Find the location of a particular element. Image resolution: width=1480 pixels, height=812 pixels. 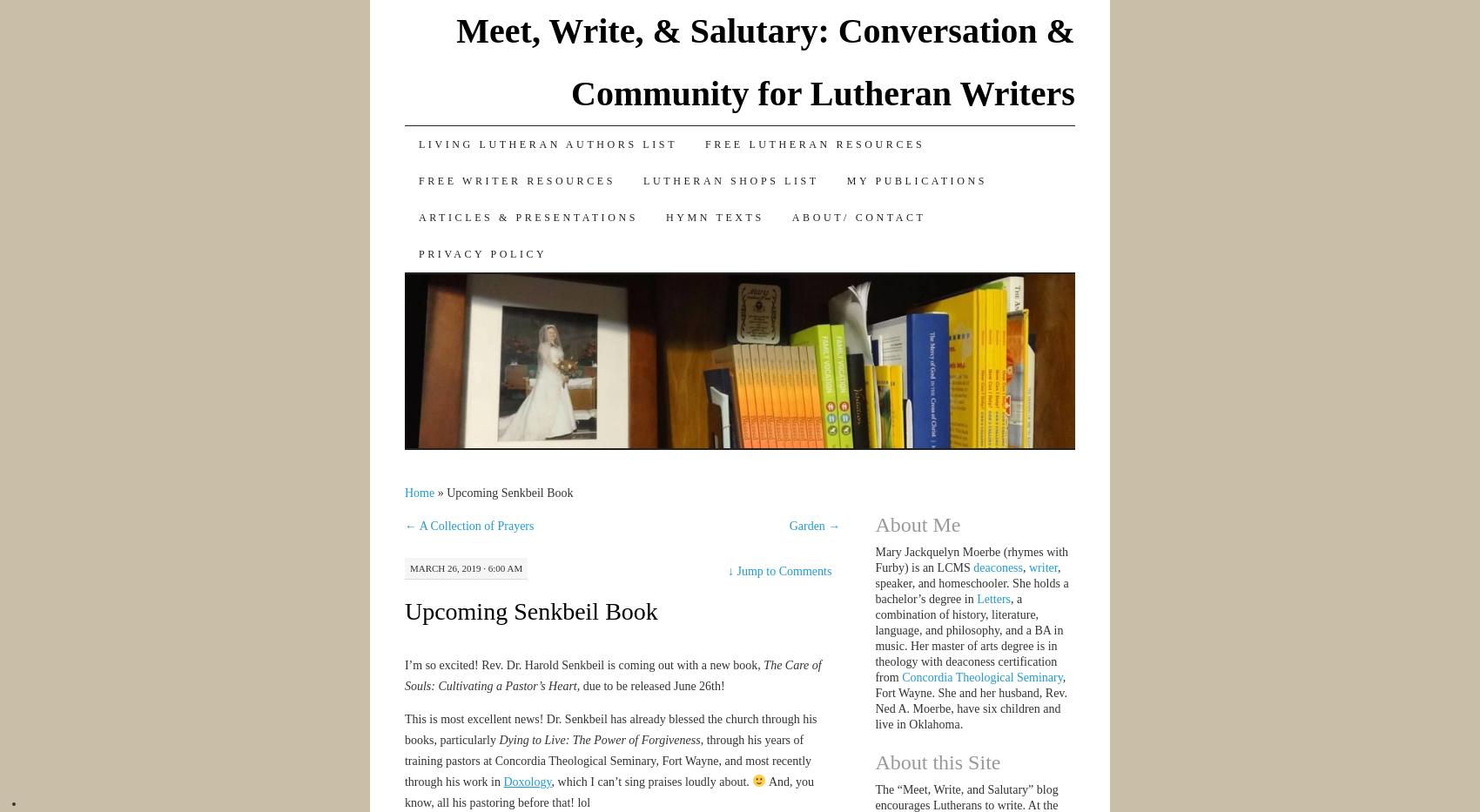

',' is located at coordinates (1025, 567).